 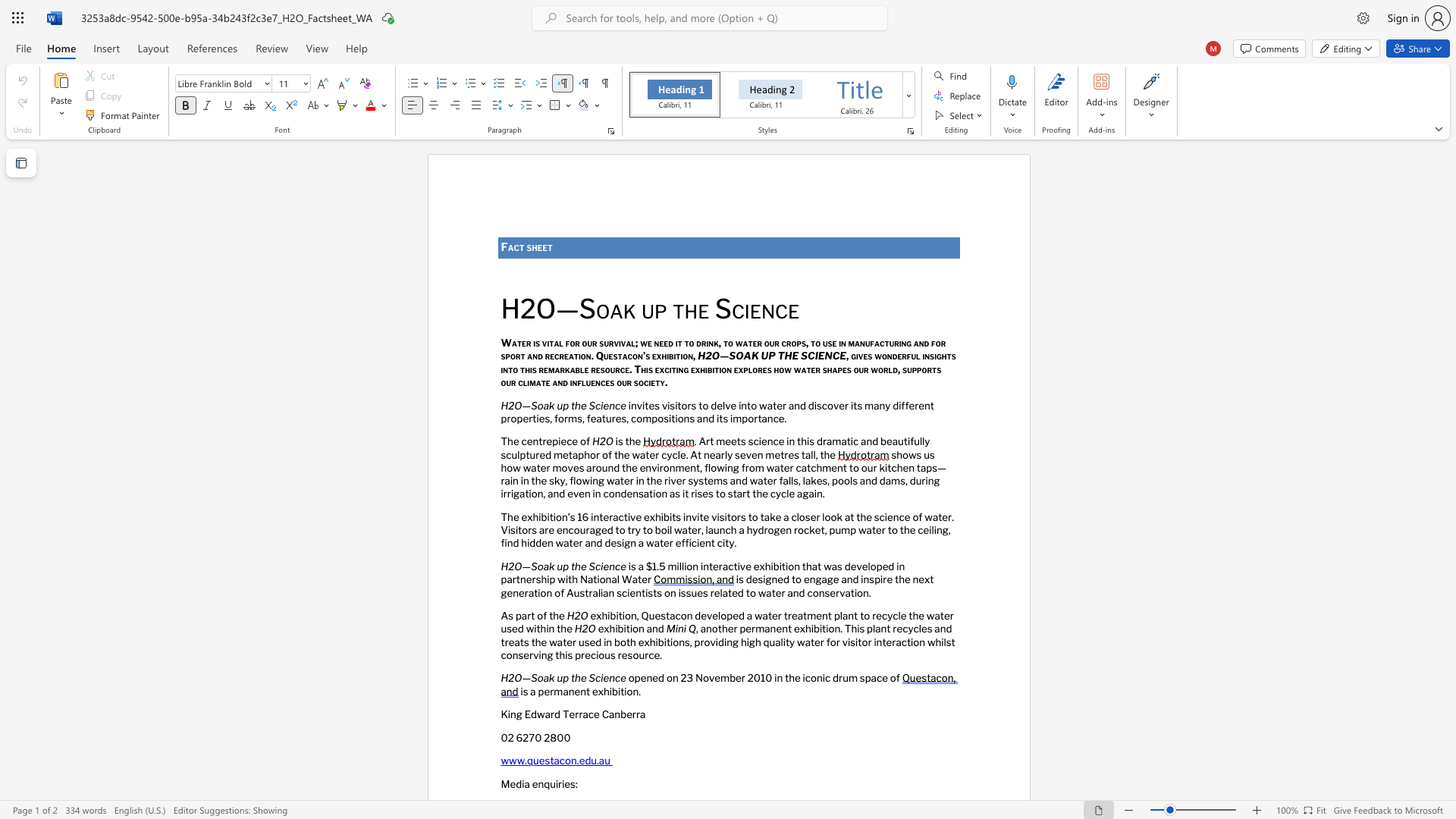 I want to click on the space between the continuous character "u" and "p" in the text, so click(x=562, y=404).